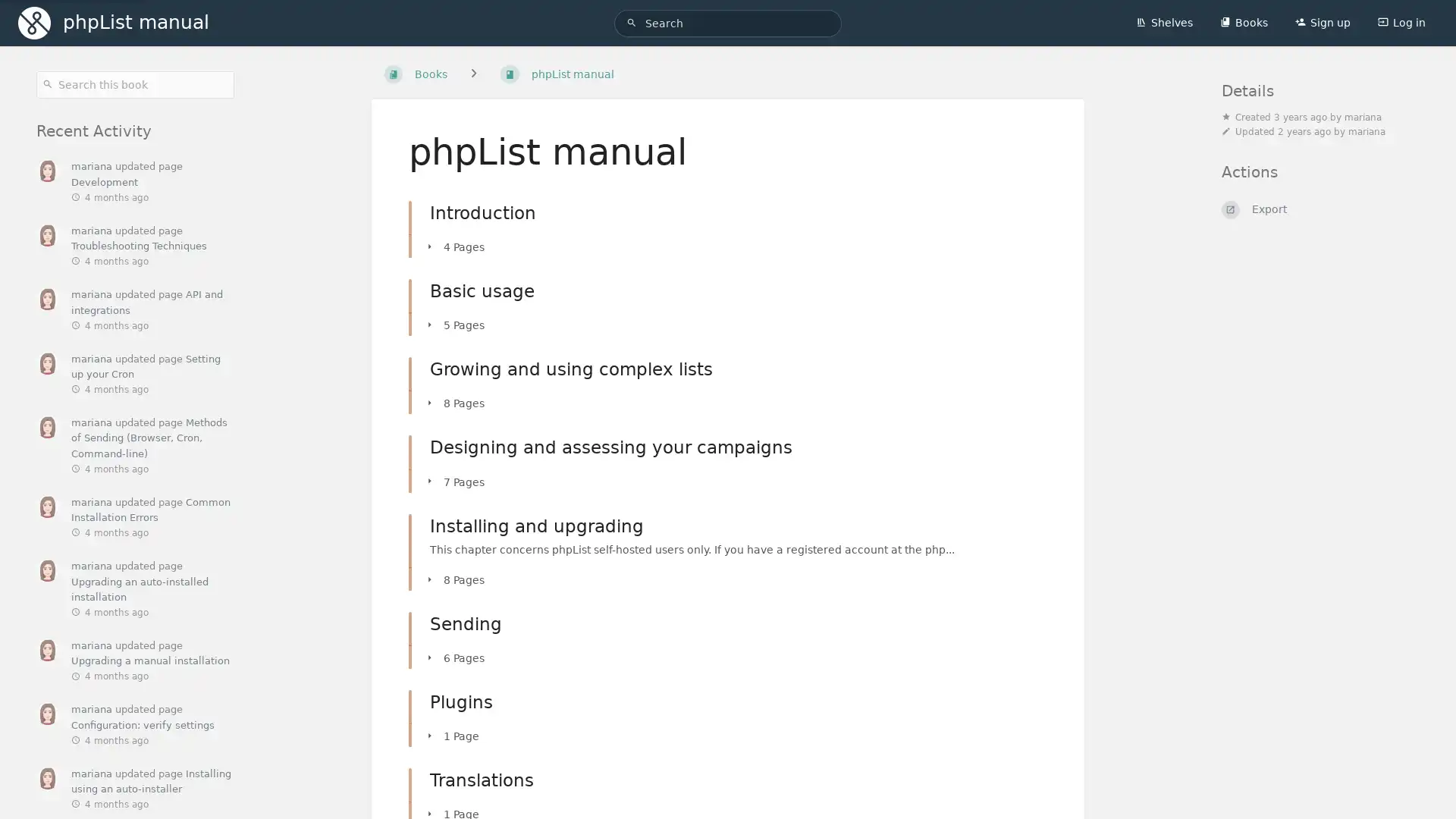 This screenshot has width=1456, height=819. What do you see at coordinates (633, 23) in the screenshot?
I see `Search` at bounding box center [633, 23].